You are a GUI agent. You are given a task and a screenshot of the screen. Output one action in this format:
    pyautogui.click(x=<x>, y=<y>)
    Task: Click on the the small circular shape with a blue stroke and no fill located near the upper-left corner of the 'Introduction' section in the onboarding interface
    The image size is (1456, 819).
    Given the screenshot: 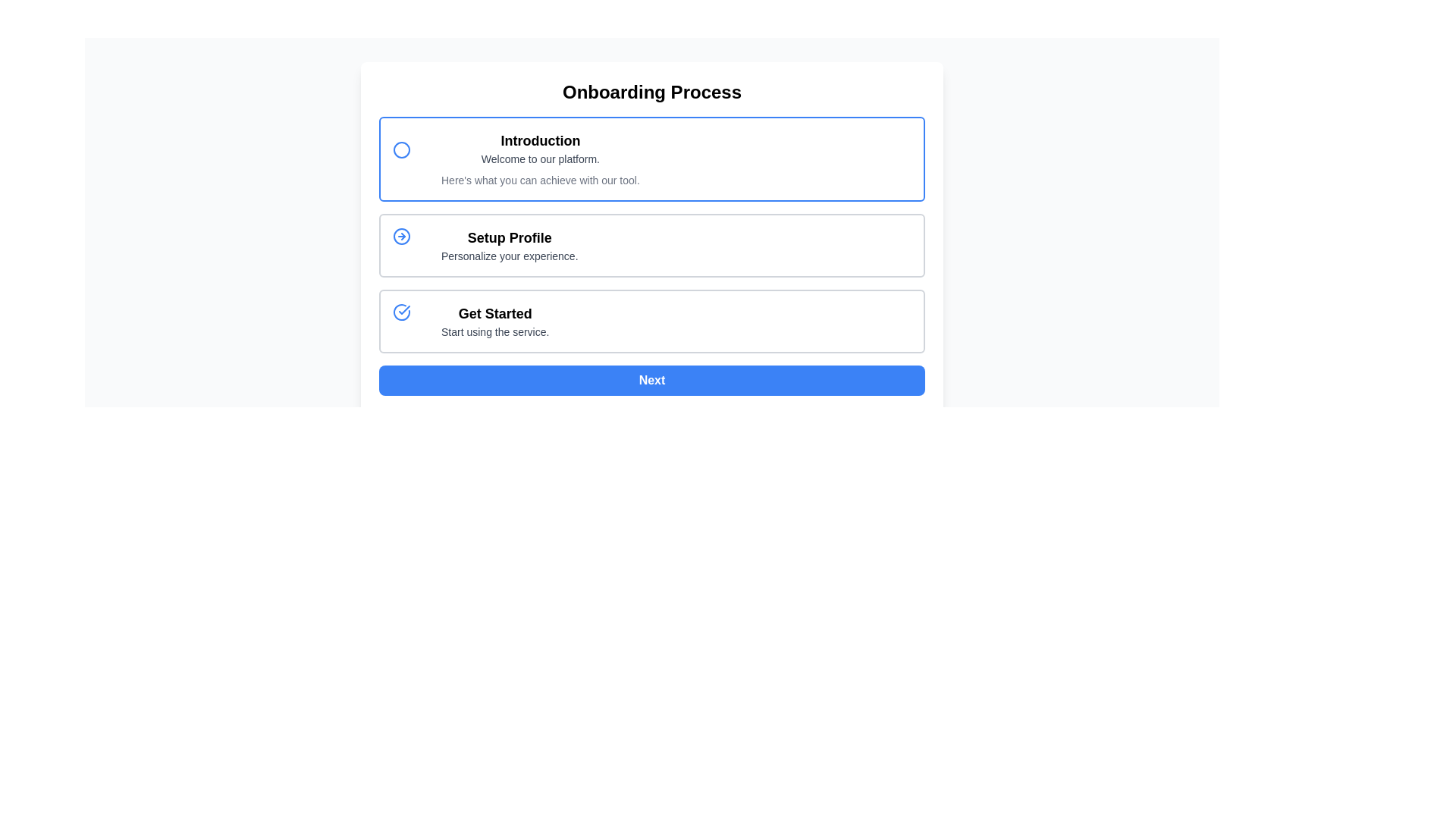 What is the action you would take?
    pyautogui.click(x=401, y=149)
    